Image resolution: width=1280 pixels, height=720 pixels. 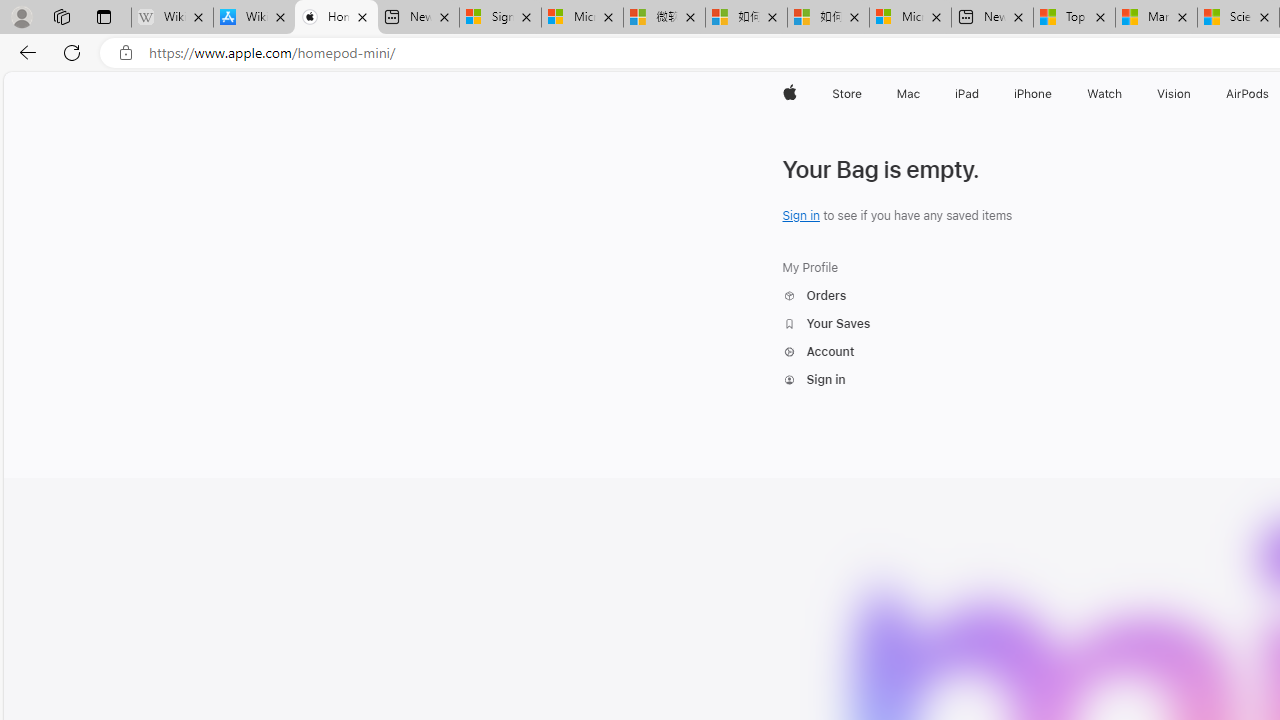 I want to click on 'Watch menu', so click(x=1126, y=93).